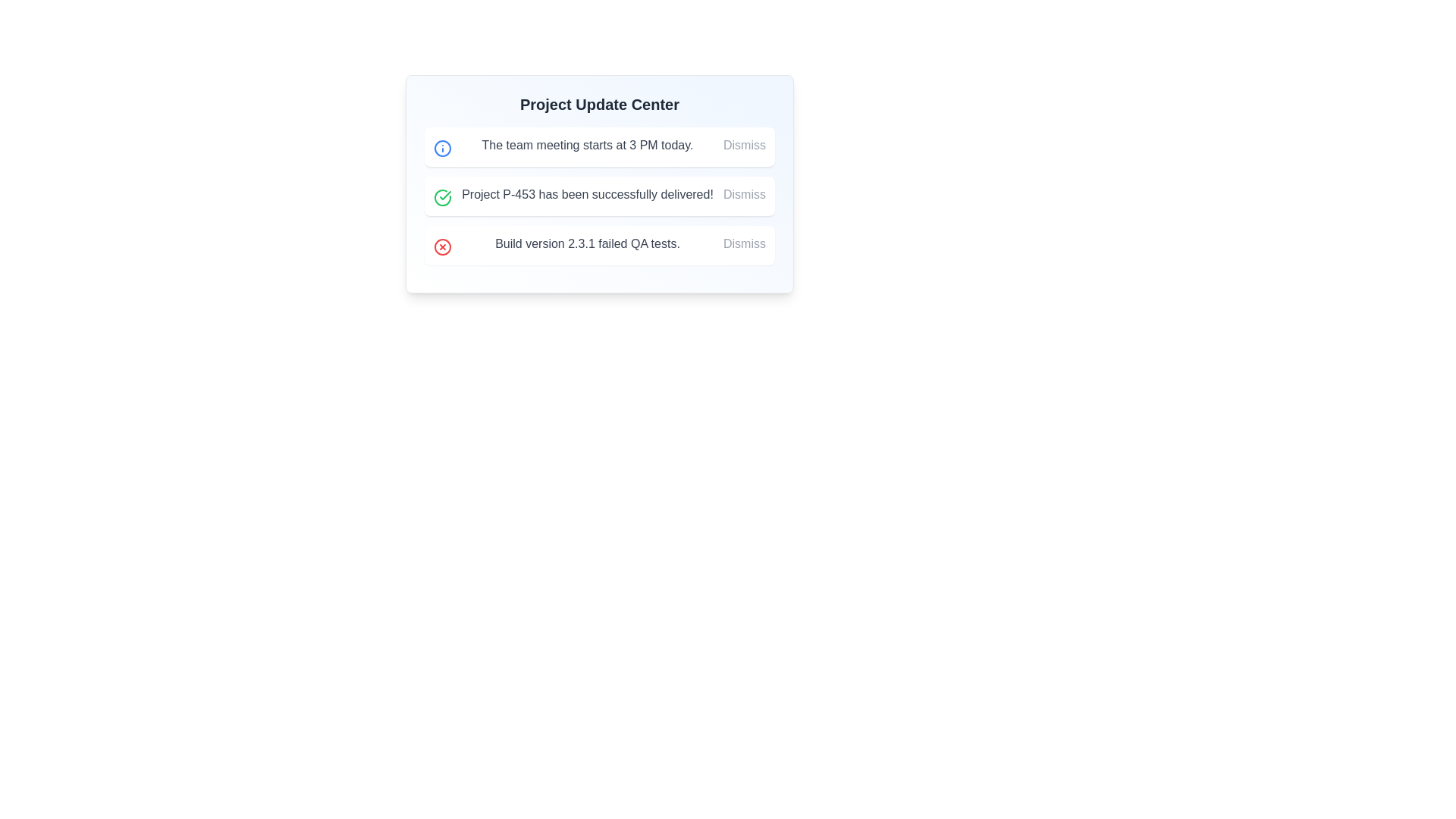 This screenshot has height=819, width=1456. What do you see at coordinates (745, 194) in the screenshot?
I see `the 'Dismiss' button with gray font that turns red on hover, located to the right of the notification message 'Project P-453 has been successfully delivered!'` at bounding box center [745, 194].